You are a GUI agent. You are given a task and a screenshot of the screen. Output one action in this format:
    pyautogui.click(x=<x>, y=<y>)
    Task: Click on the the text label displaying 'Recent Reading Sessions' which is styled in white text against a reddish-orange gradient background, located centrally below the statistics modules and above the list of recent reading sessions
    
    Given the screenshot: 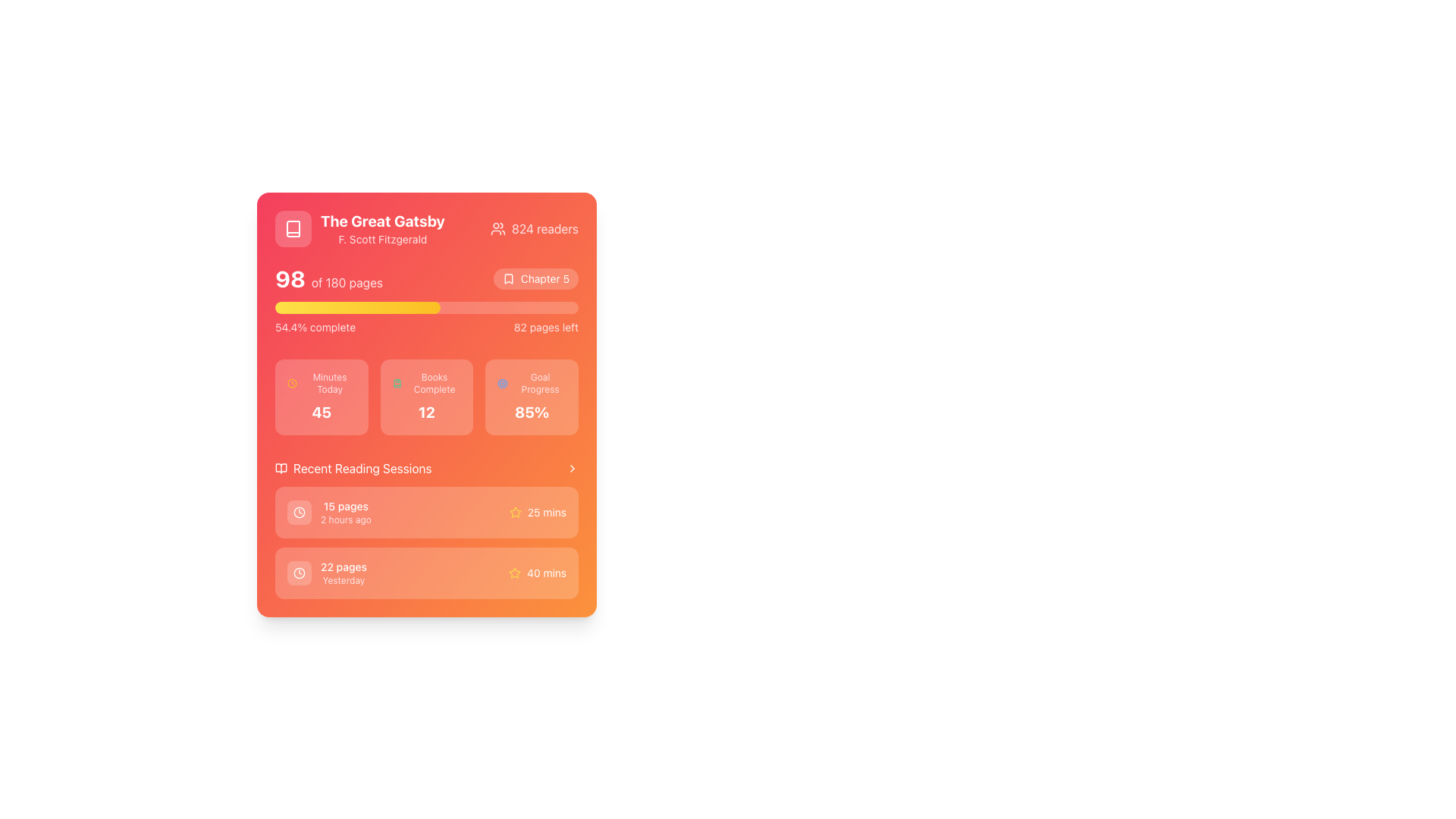 What is the action you would take?
    pyautogui.click(x=362, y=467)
    